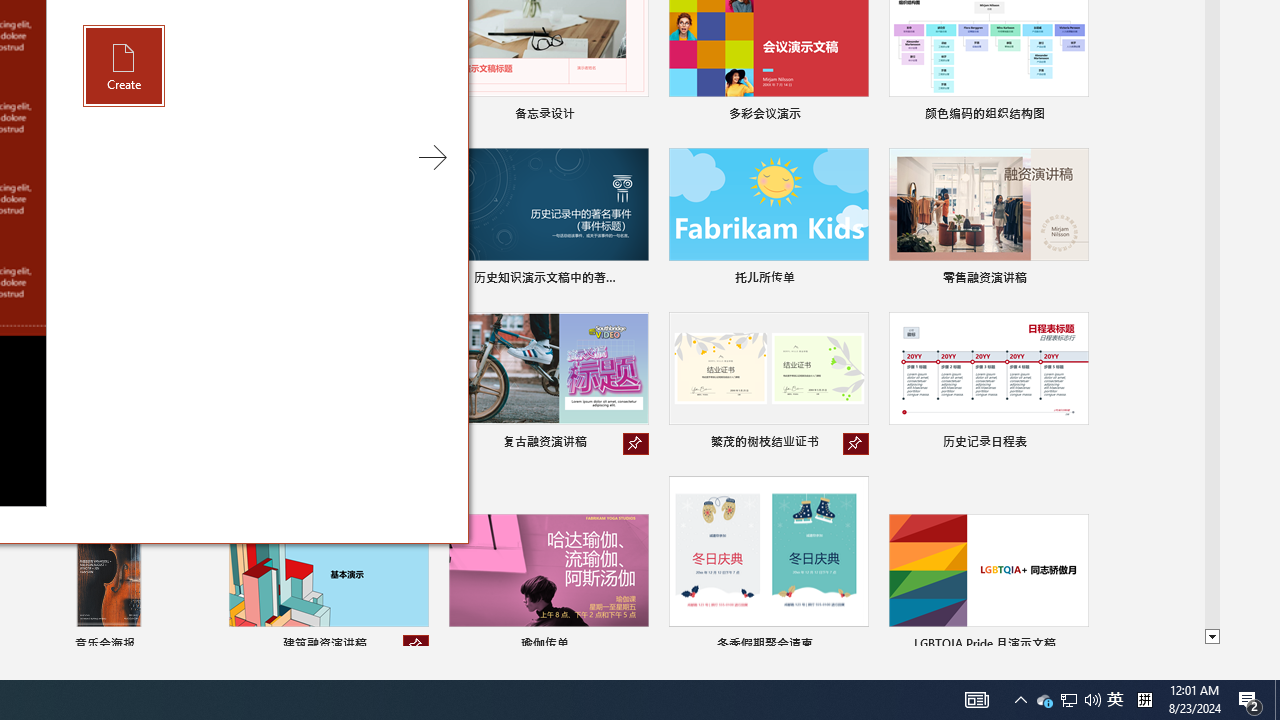 The image size is (1280, 720). I want to click on 'Create', so click(123, 65).